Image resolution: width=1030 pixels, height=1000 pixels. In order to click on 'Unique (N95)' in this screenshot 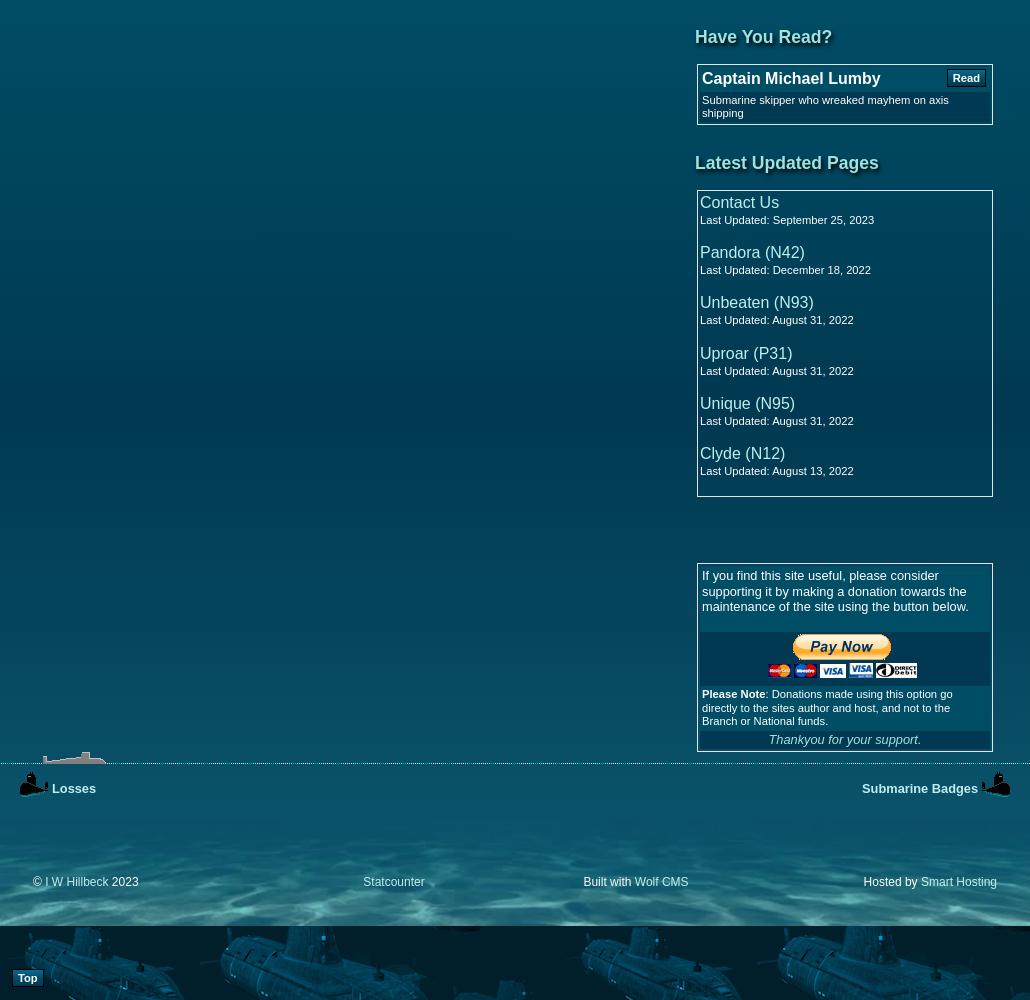, I will do `click(747, 402)`.